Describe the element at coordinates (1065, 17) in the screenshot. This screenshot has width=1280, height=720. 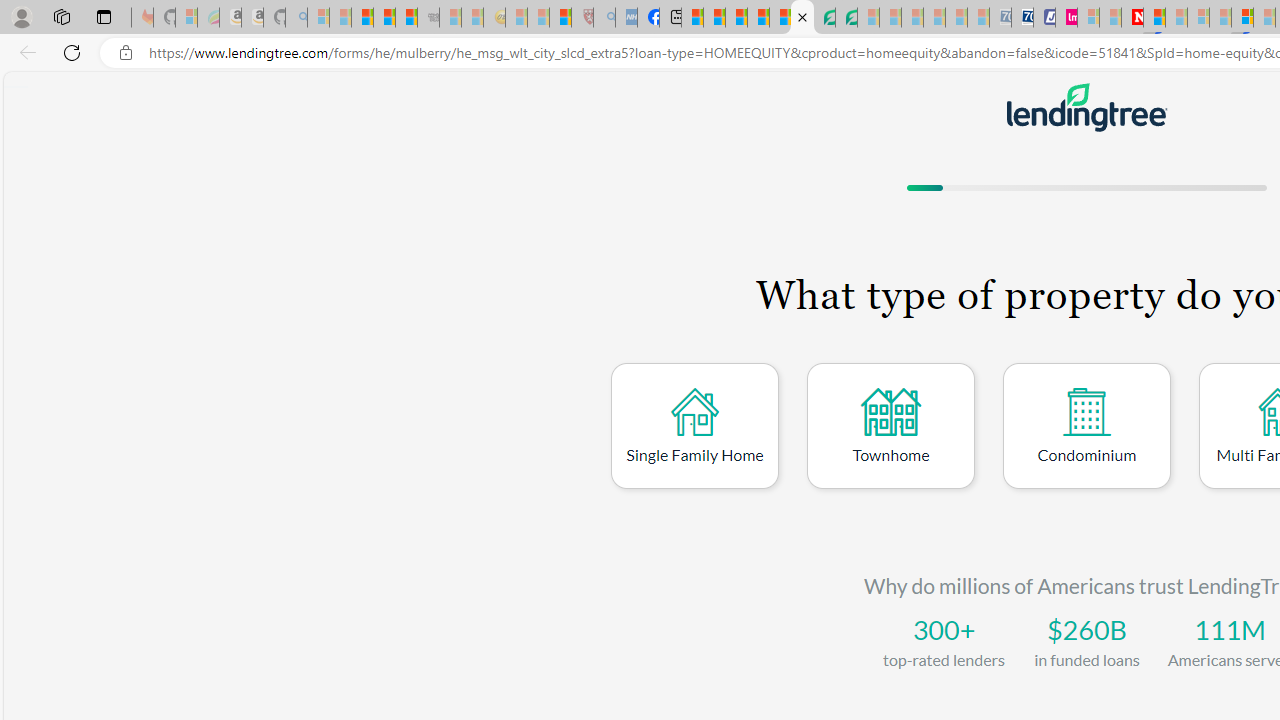
I see `'Jobs - lastminute.com Investor Portal'` at that location.